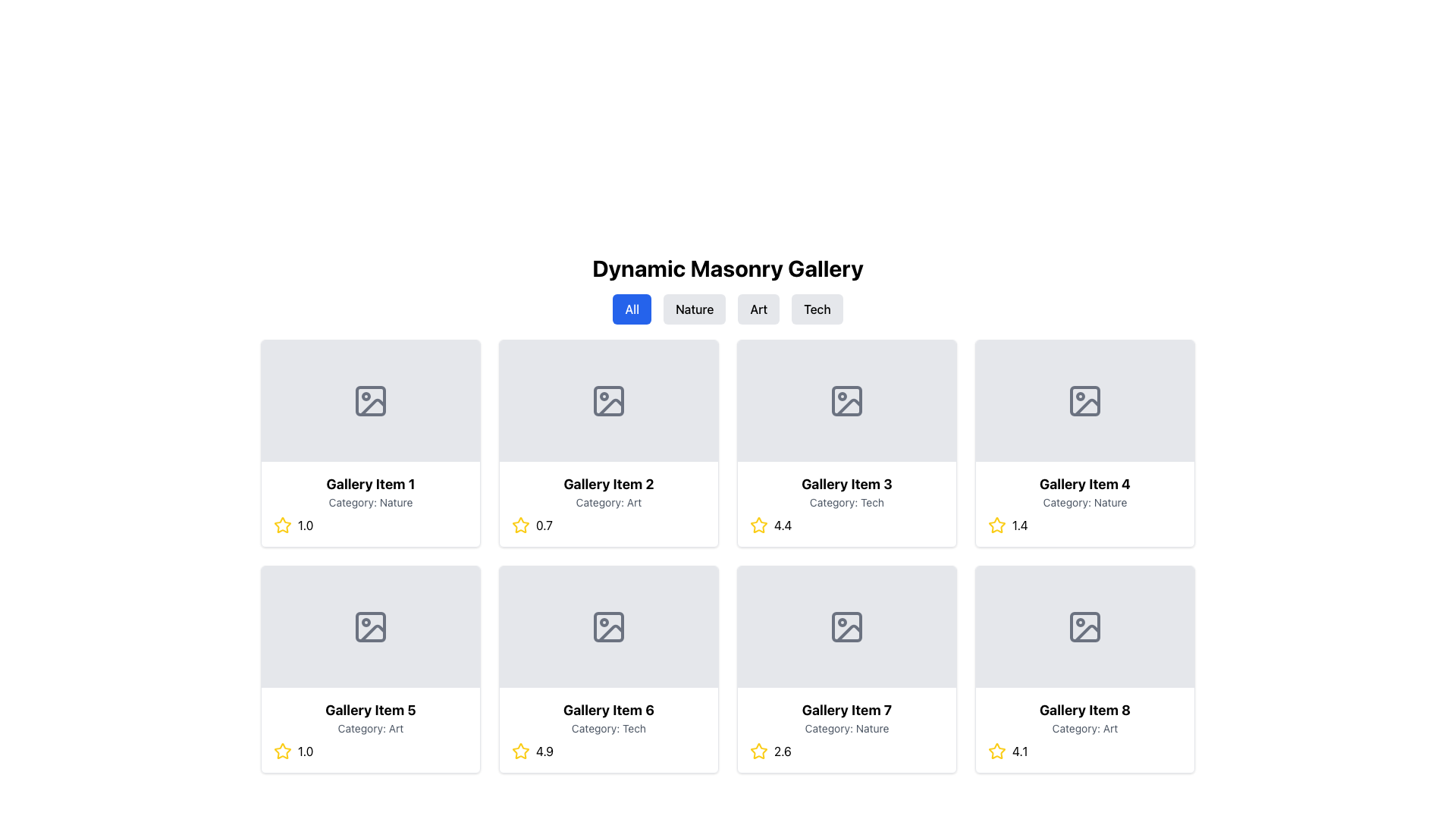 The height and width of the screenshot is (819, 1456). What do you see at coordinates (608, 626) in the screenshot?
I see `the image placeholder located in the top section of the card labeled 'Gallery Item 6', which is in the middle row, second column of the grid of cards` at bounding box center [608, 626].